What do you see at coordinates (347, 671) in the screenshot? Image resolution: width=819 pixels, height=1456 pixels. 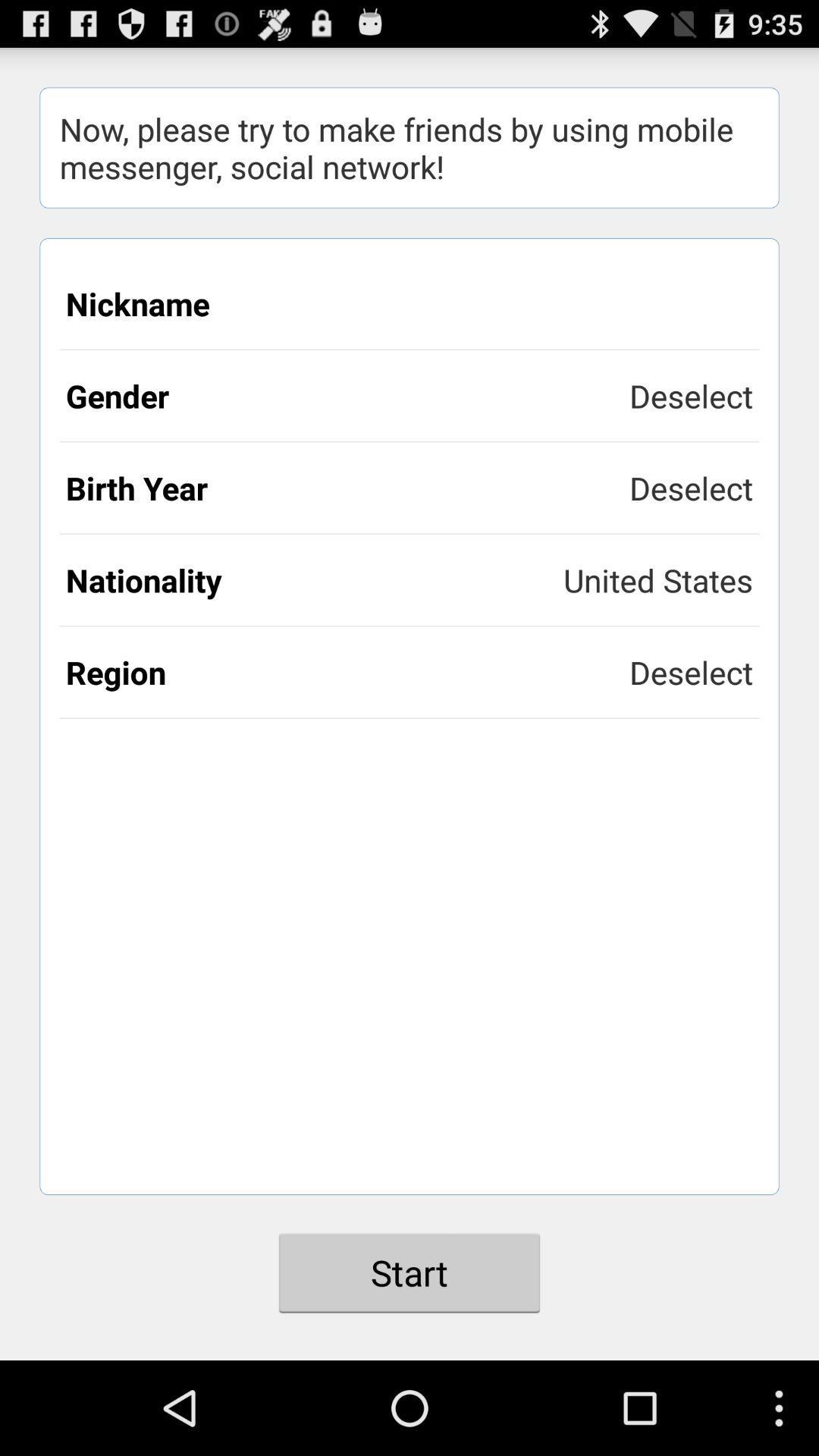 I see `region` at bounding box center [347, 671].